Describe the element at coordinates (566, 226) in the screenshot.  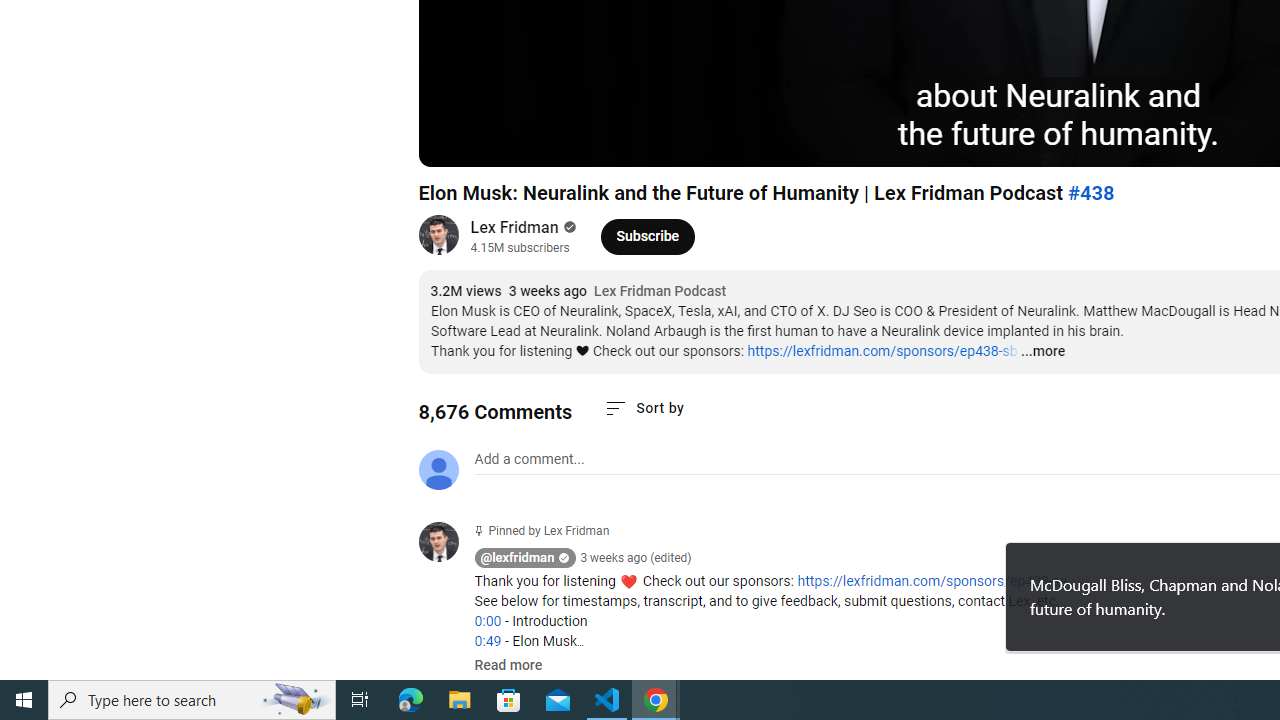
I see `'Verified'` at that location.